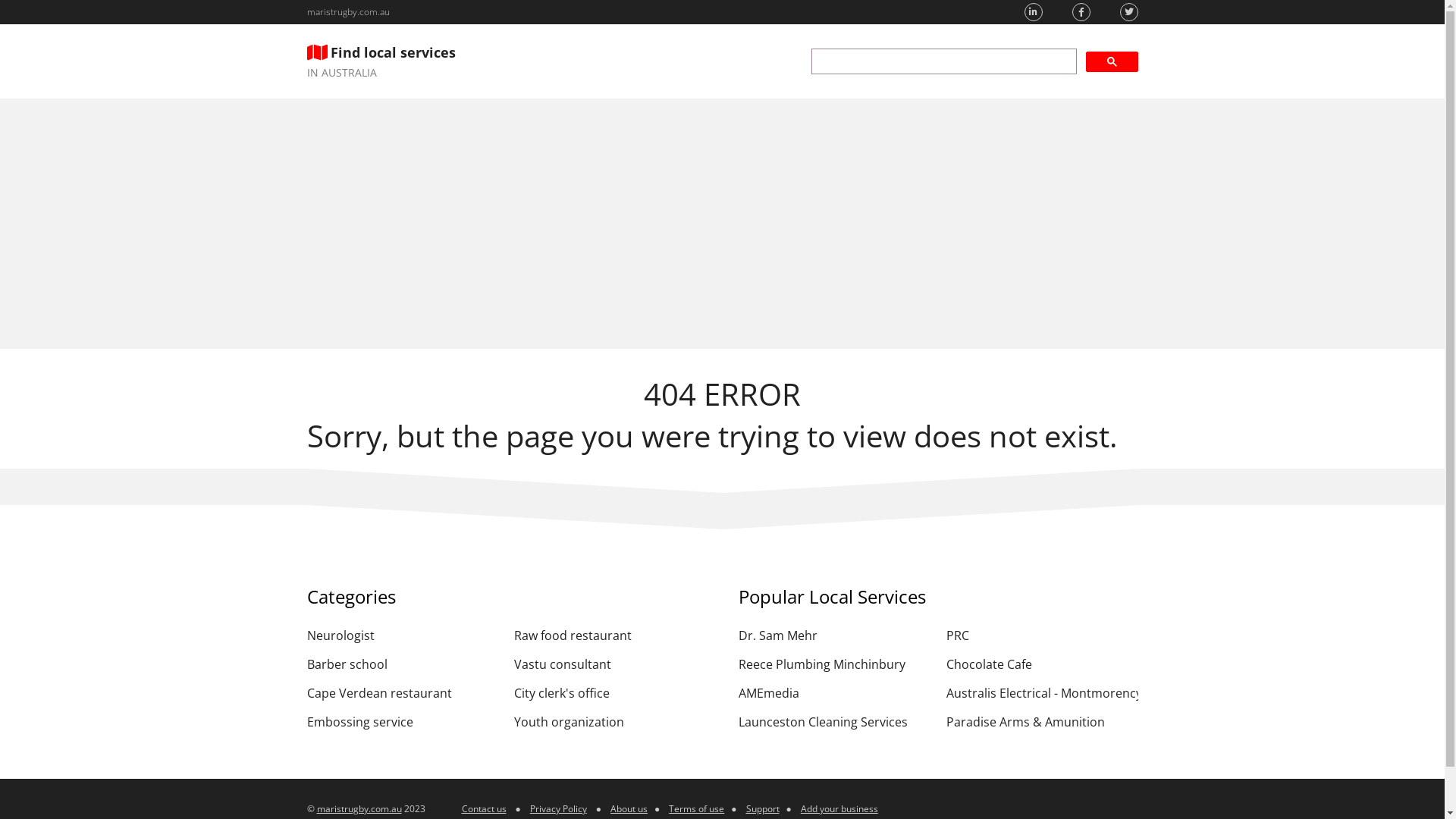  I want to click on 'Vastu consultant', so click(610, 663).